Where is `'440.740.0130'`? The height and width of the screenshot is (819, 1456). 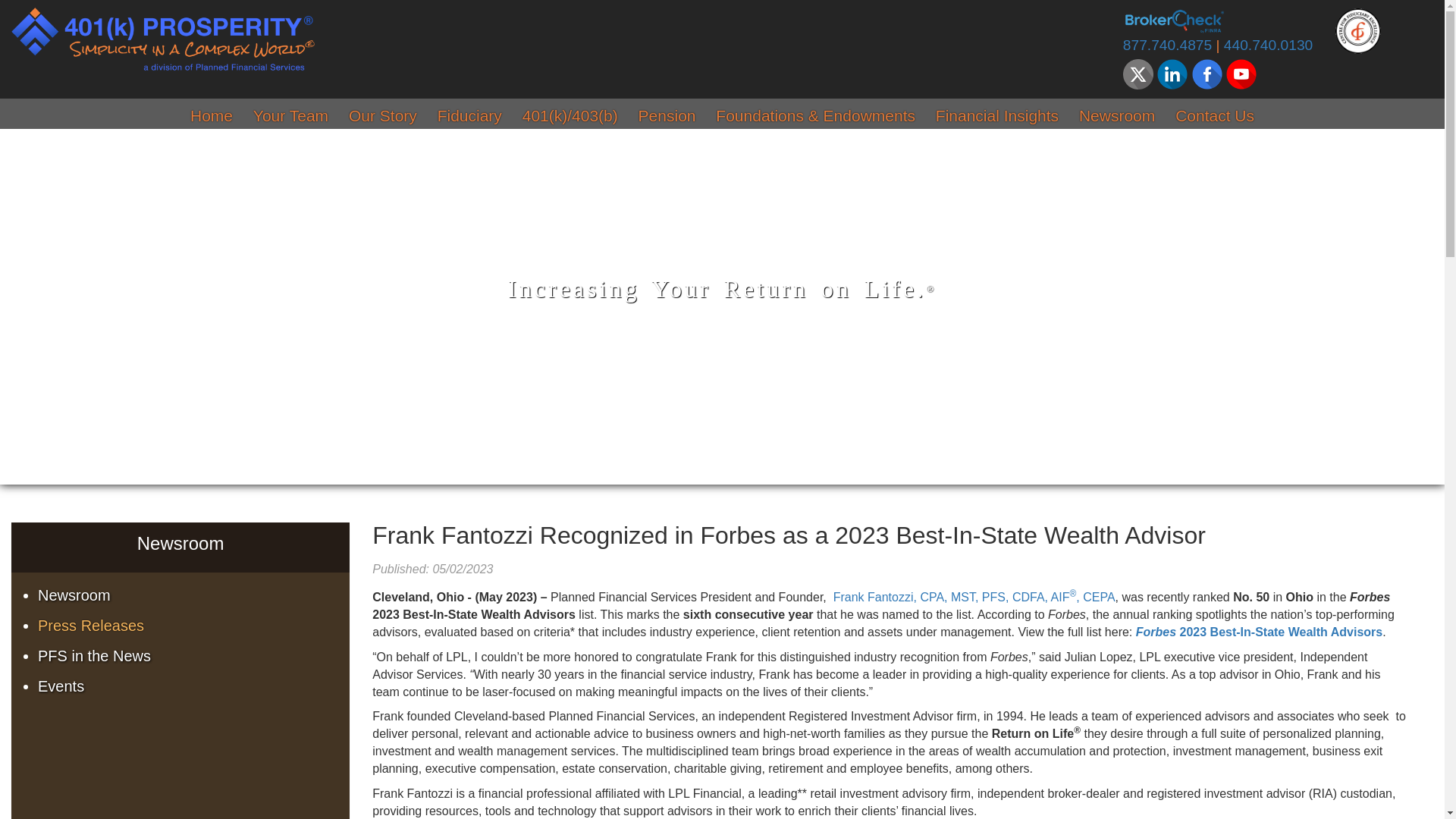 '440.740.0130' is located at coordinates (1223, 44).